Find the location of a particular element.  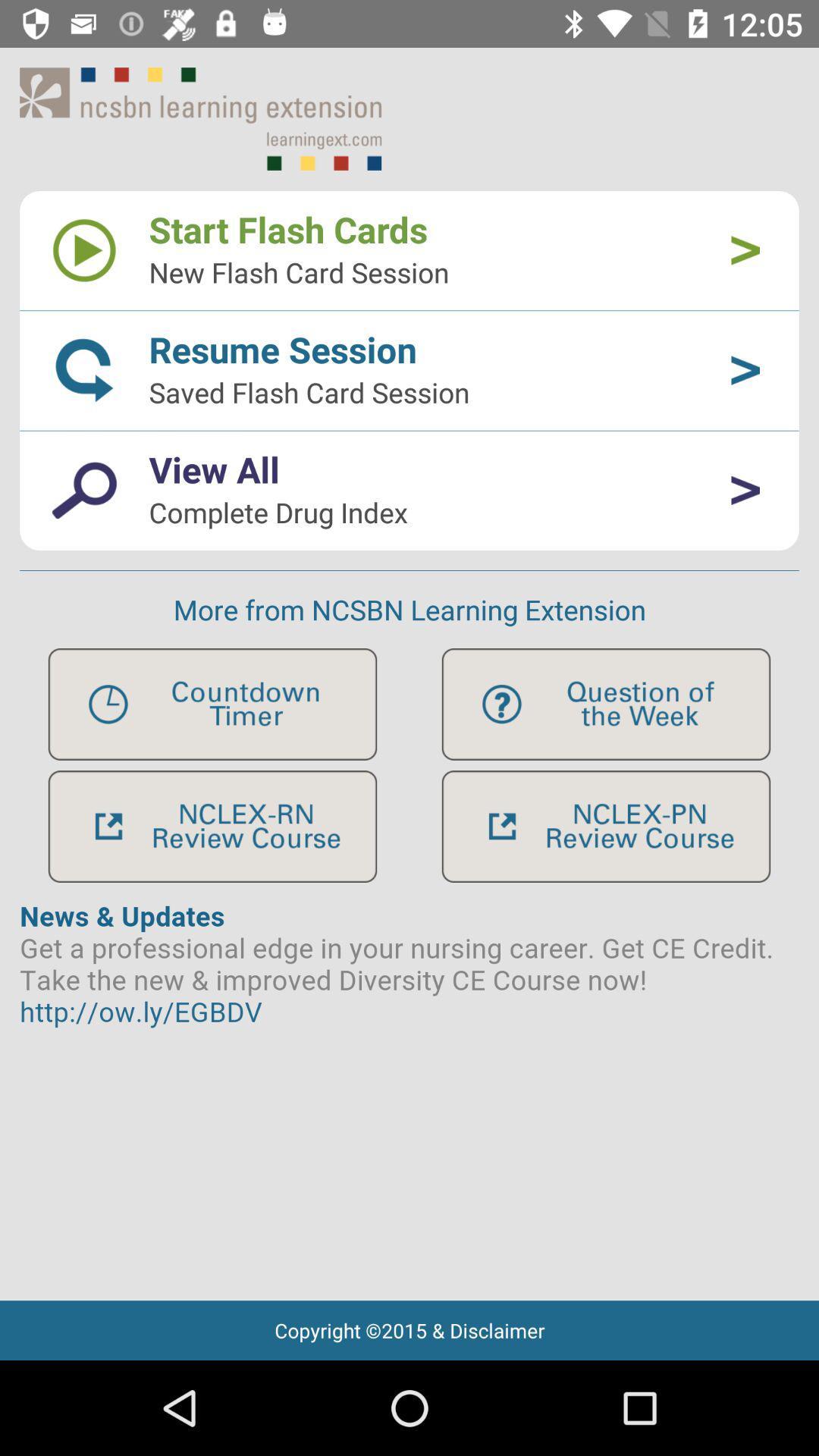

help feeback is located at coordinates (605, 703).